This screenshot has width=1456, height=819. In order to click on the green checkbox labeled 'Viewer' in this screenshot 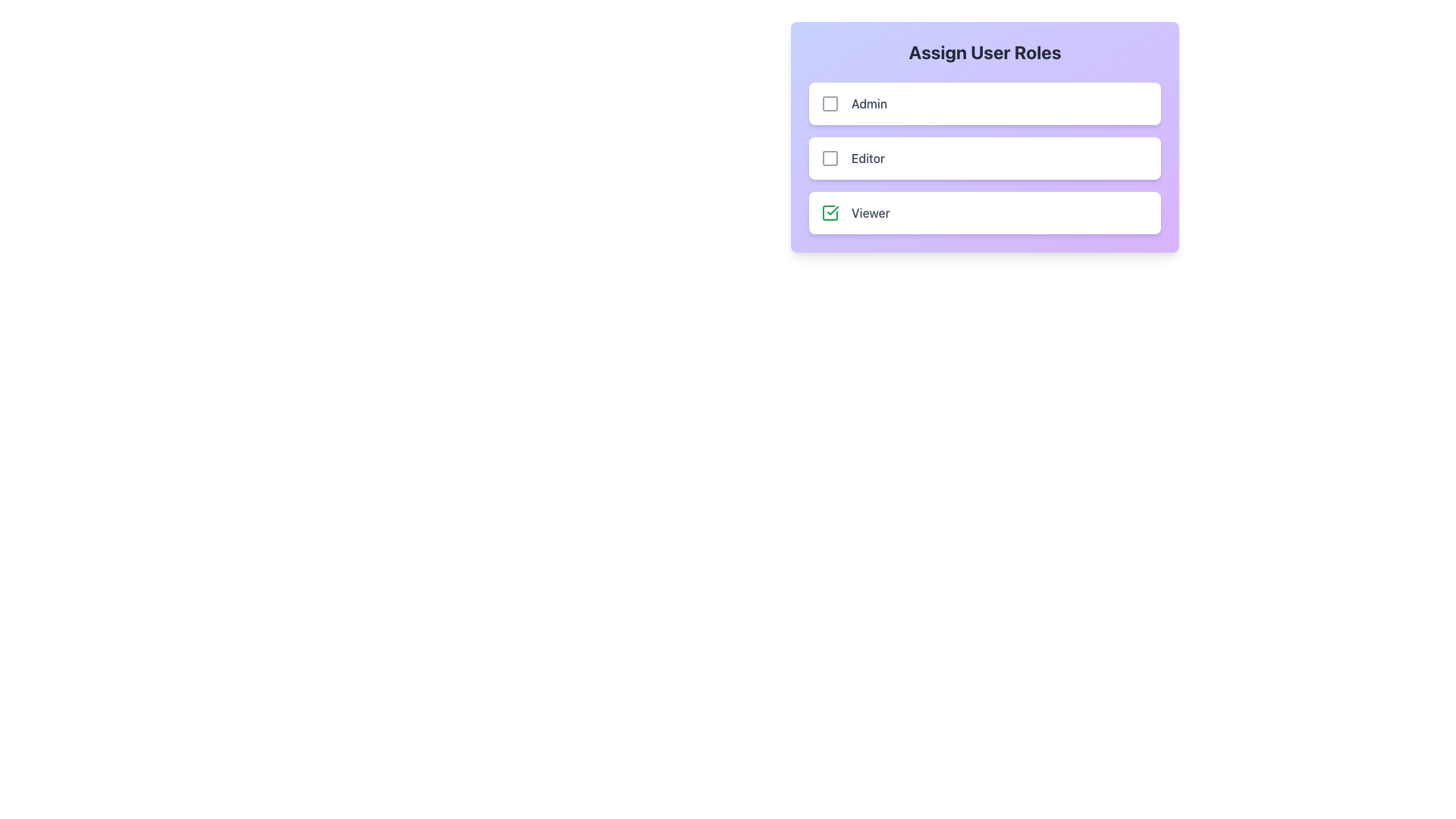, I will do `click(855, 213)`.